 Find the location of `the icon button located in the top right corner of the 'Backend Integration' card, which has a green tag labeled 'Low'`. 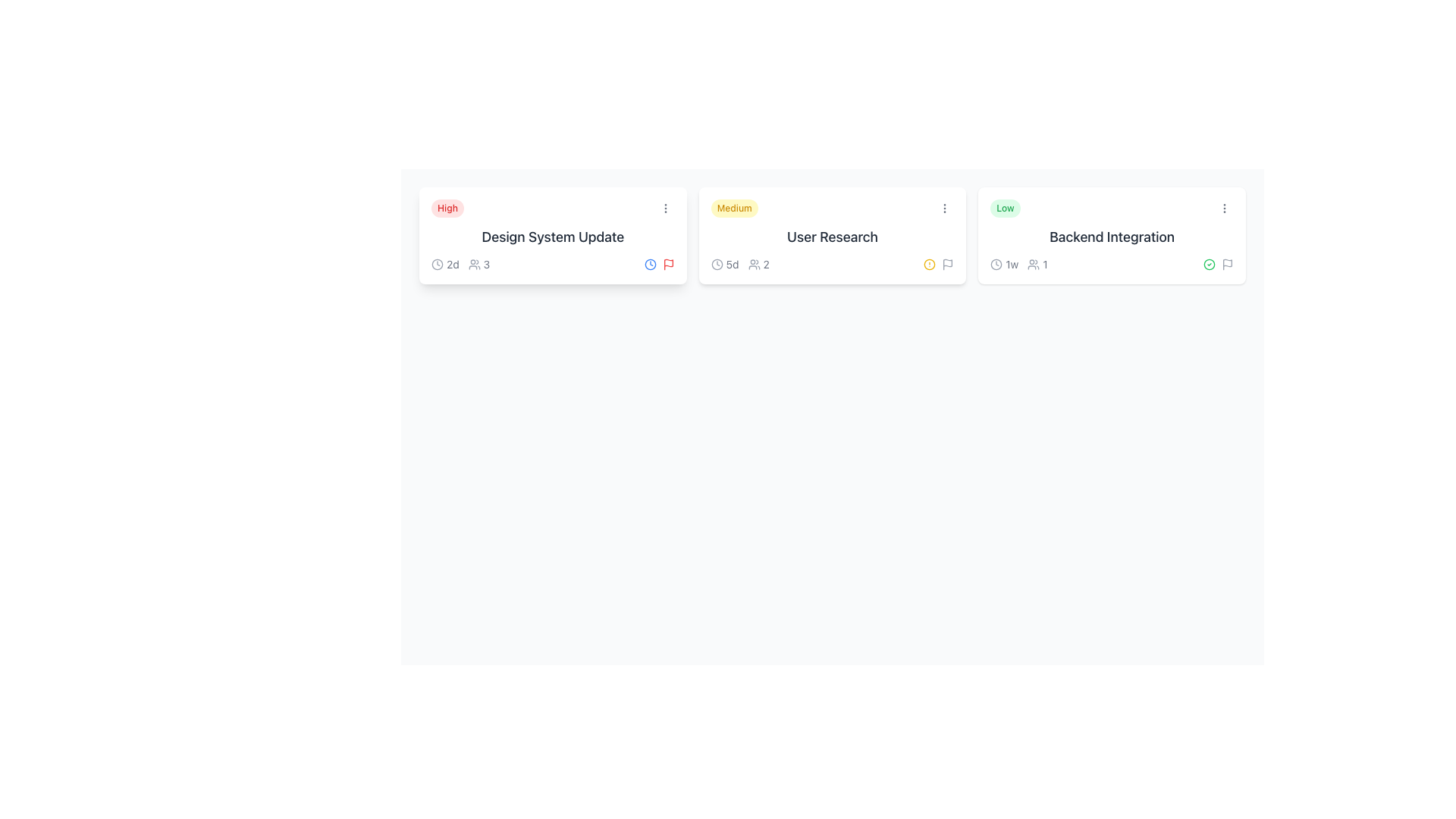

the icon button located in the top right corner of the 'Backend Integration' card, which has a green tag labeled 'Low' is located at coordinates (1224, 208).